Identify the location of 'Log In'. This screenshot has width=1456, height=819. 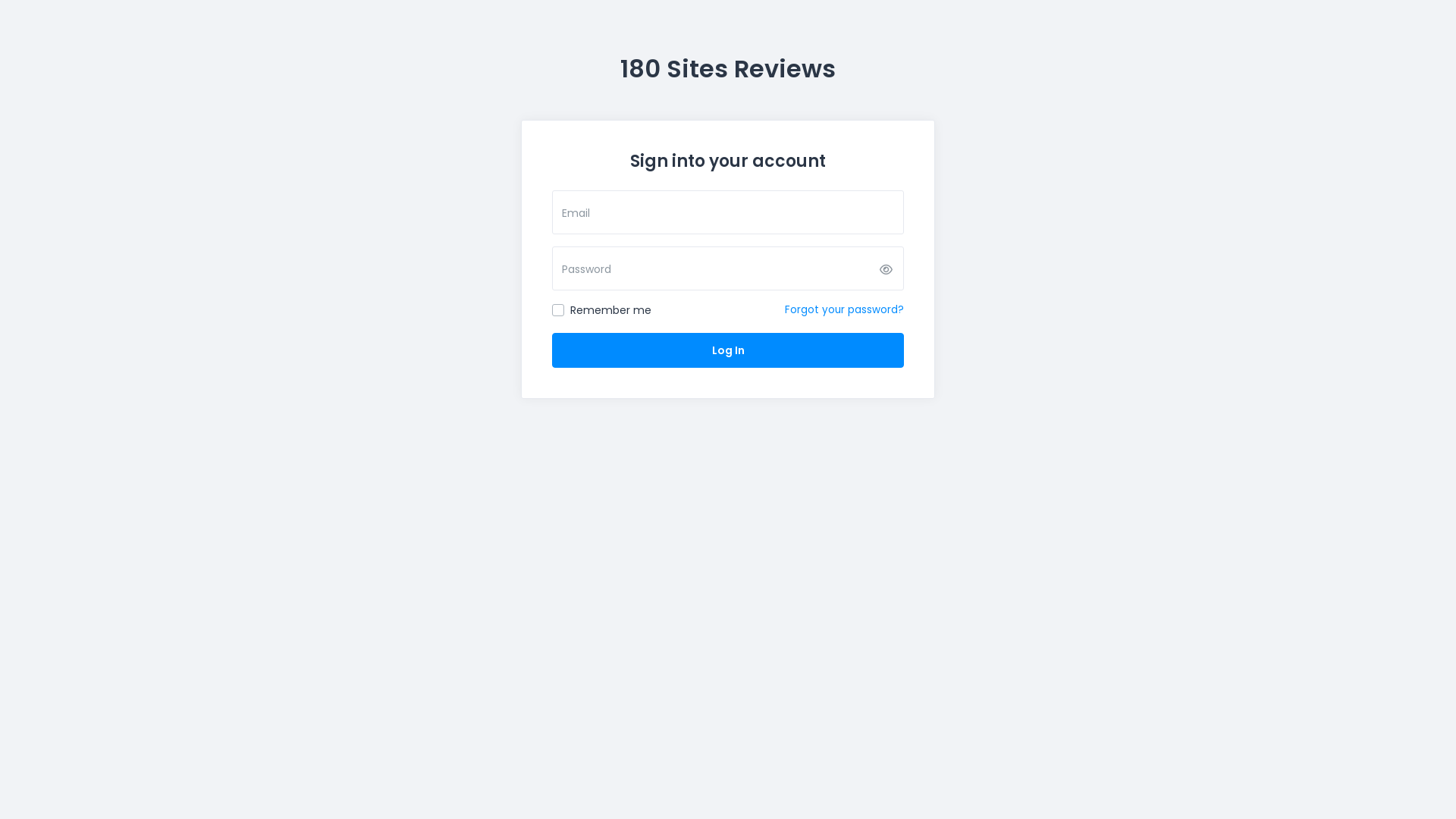
(728, 350).